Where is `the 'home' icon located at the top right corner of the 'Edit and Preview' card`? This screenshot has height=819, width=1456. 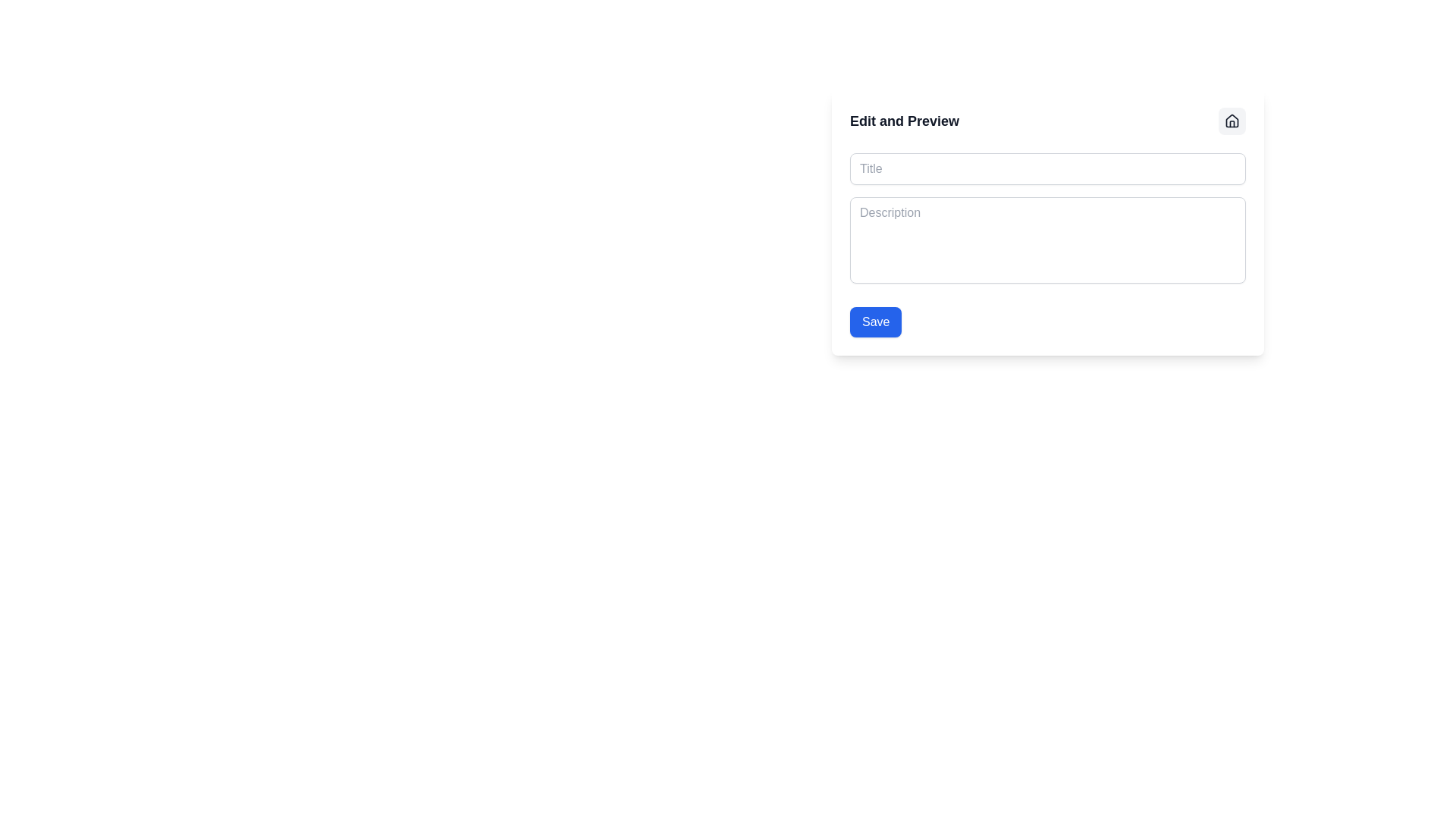 the 'home' icon located at the top right corner of the 'Edit and Preview' card is located at coordinates (1232, 120).